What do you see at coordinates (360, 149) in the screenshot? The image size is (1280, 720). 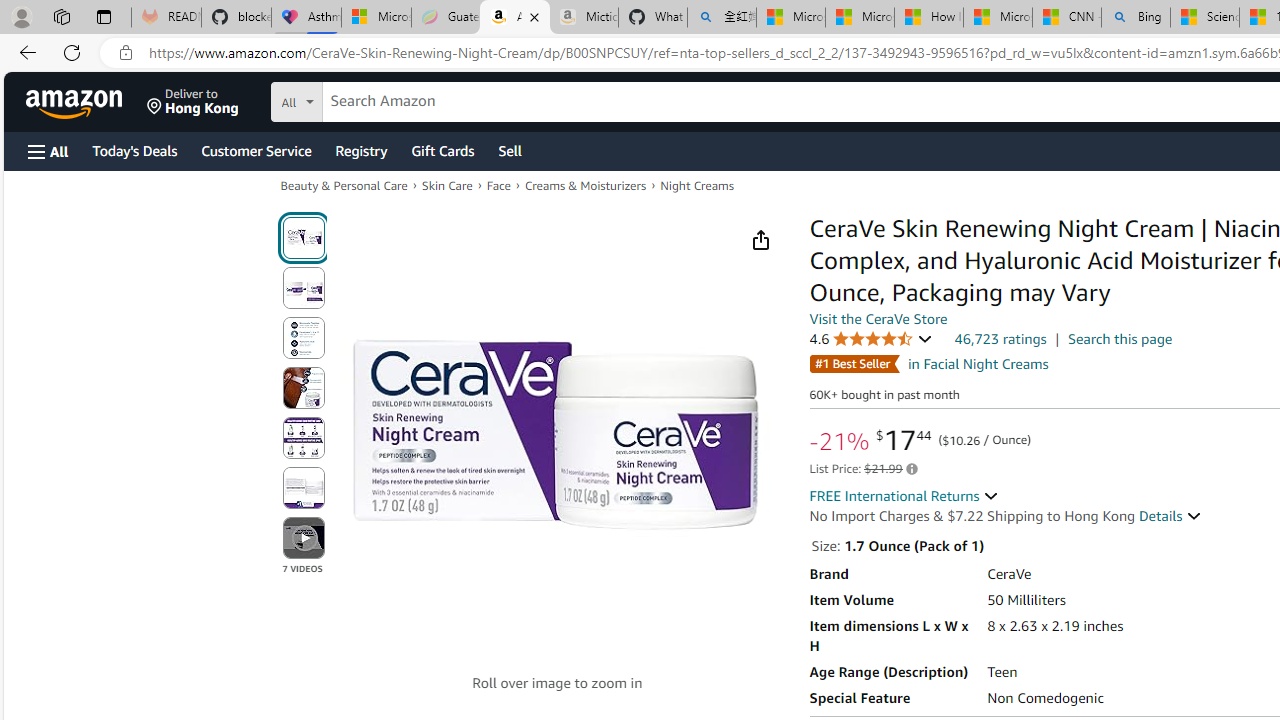 I see `'Registry'` at bounding box center [360, 149].